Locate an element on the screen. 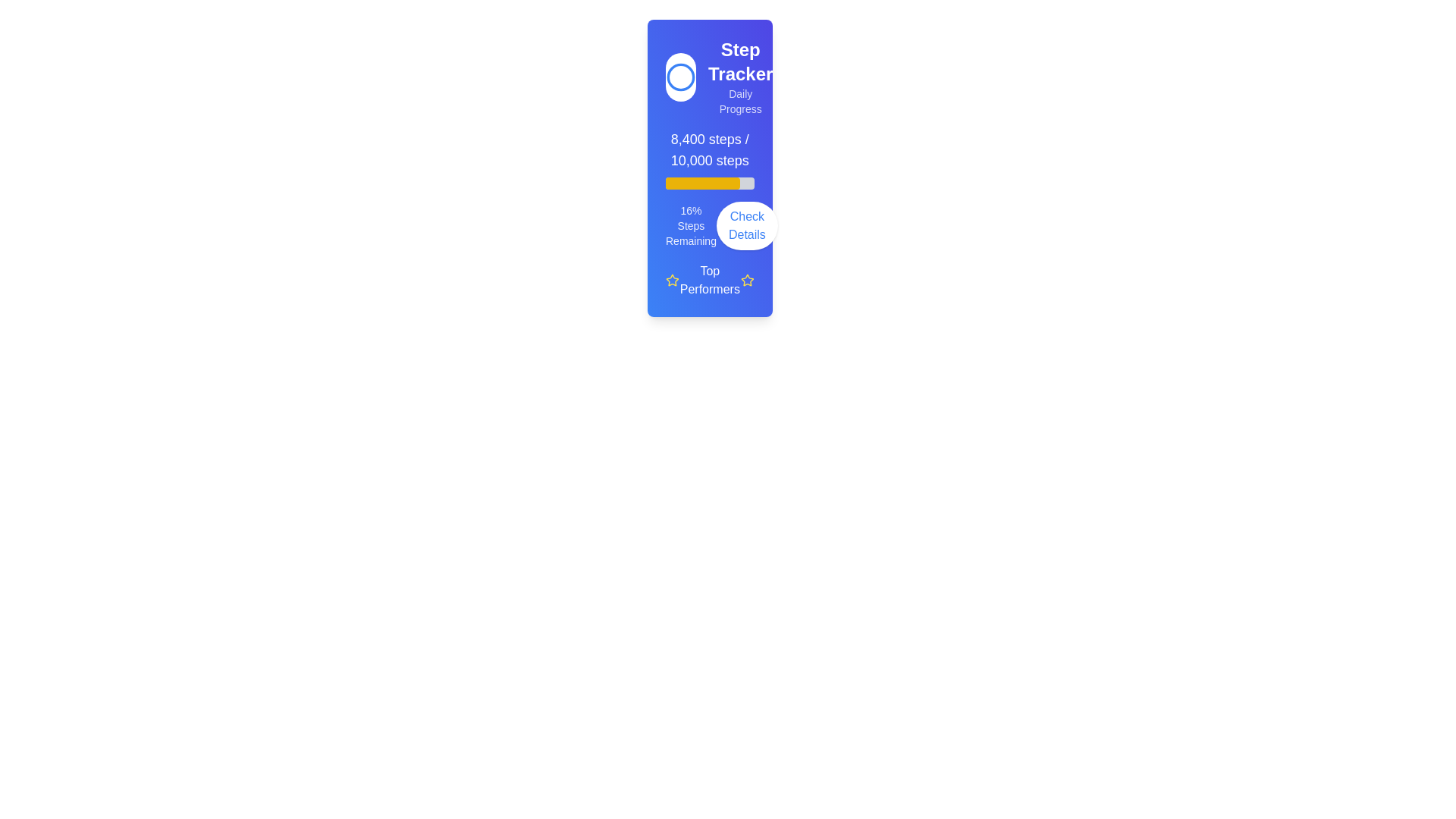  the 'Check Details' button located to the right of the '16% Steps Remaining' text element is located at coordinates (747, 225).